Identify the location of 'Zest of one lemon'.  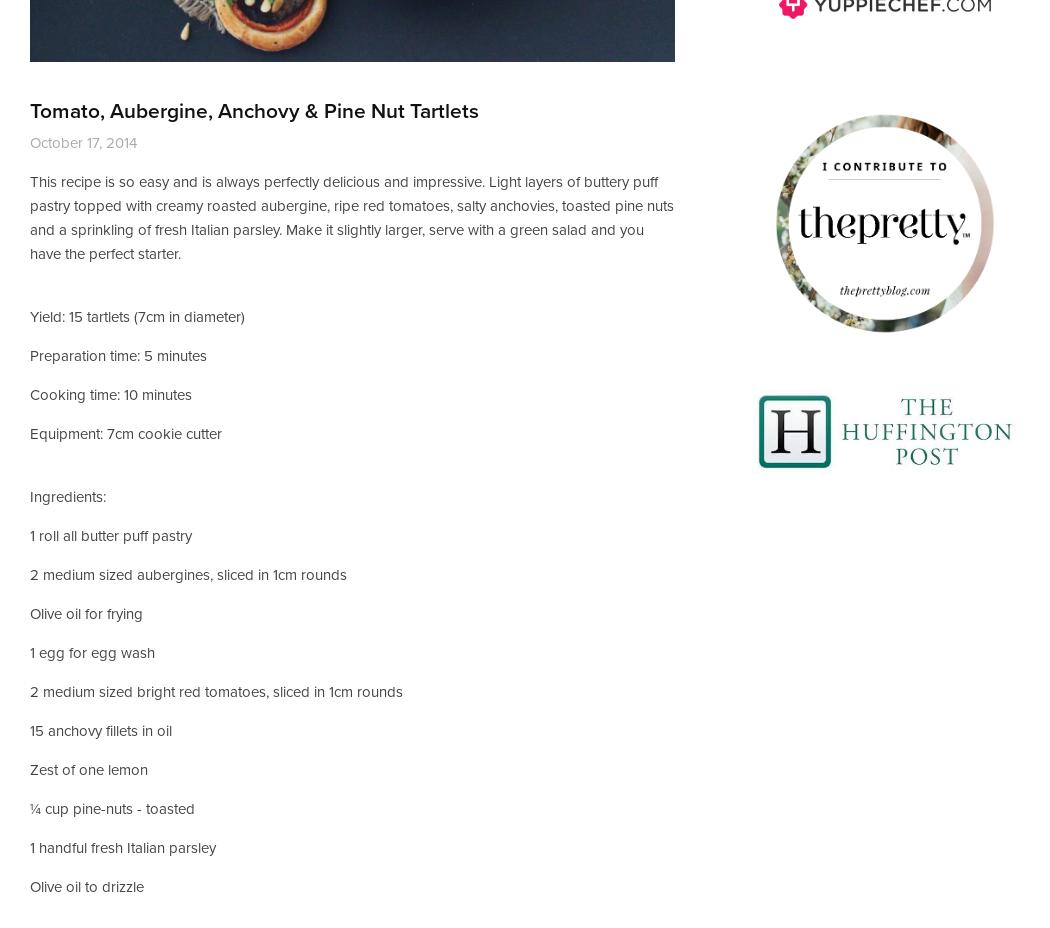
(89, 768).